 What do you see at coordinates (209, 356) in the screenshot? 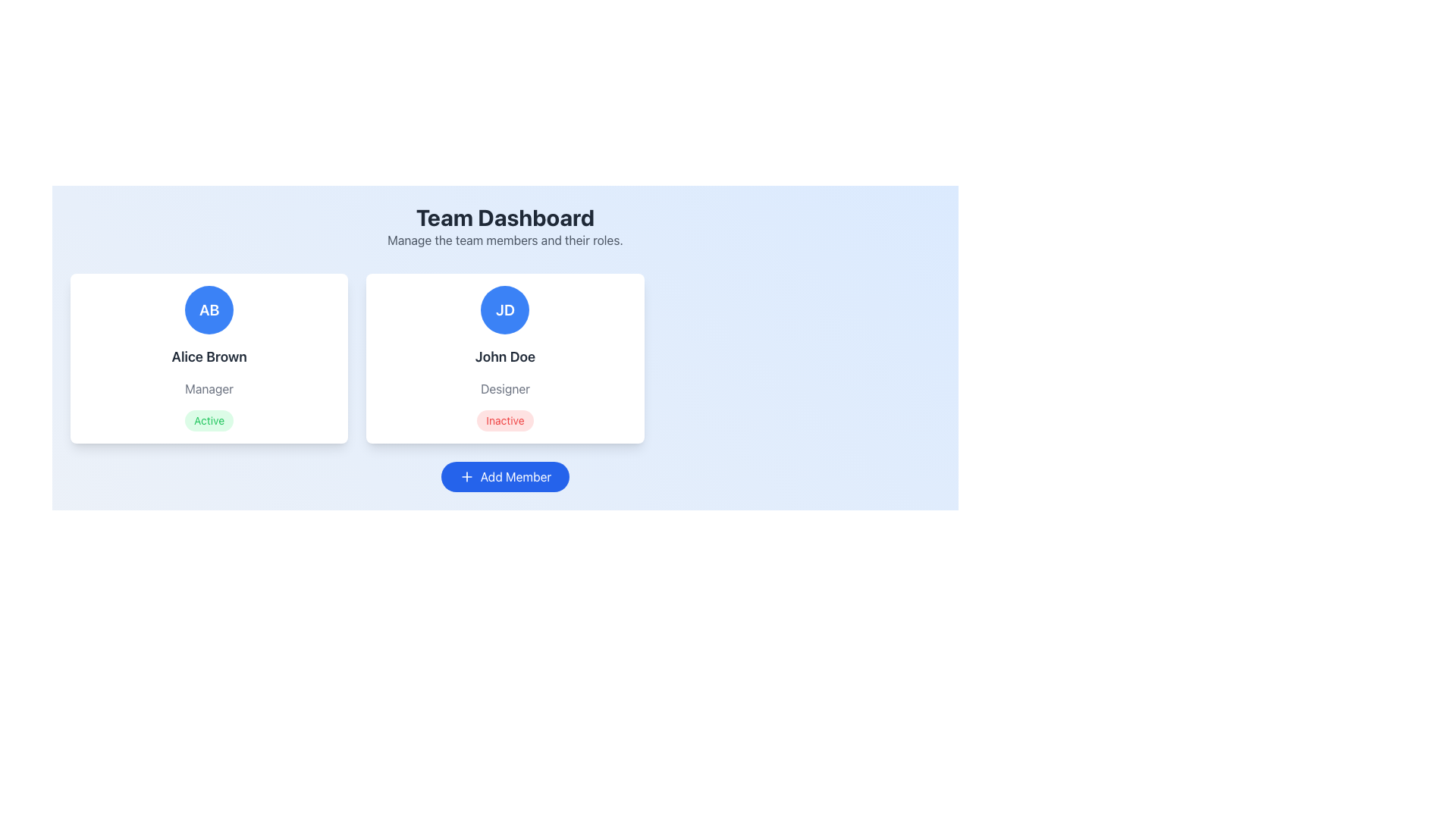
I see `the informational text label displaying the name 'Alice Brown', which is located centrally below the profile indicator and above the role label in a user card` at bounding box center [209, 356].